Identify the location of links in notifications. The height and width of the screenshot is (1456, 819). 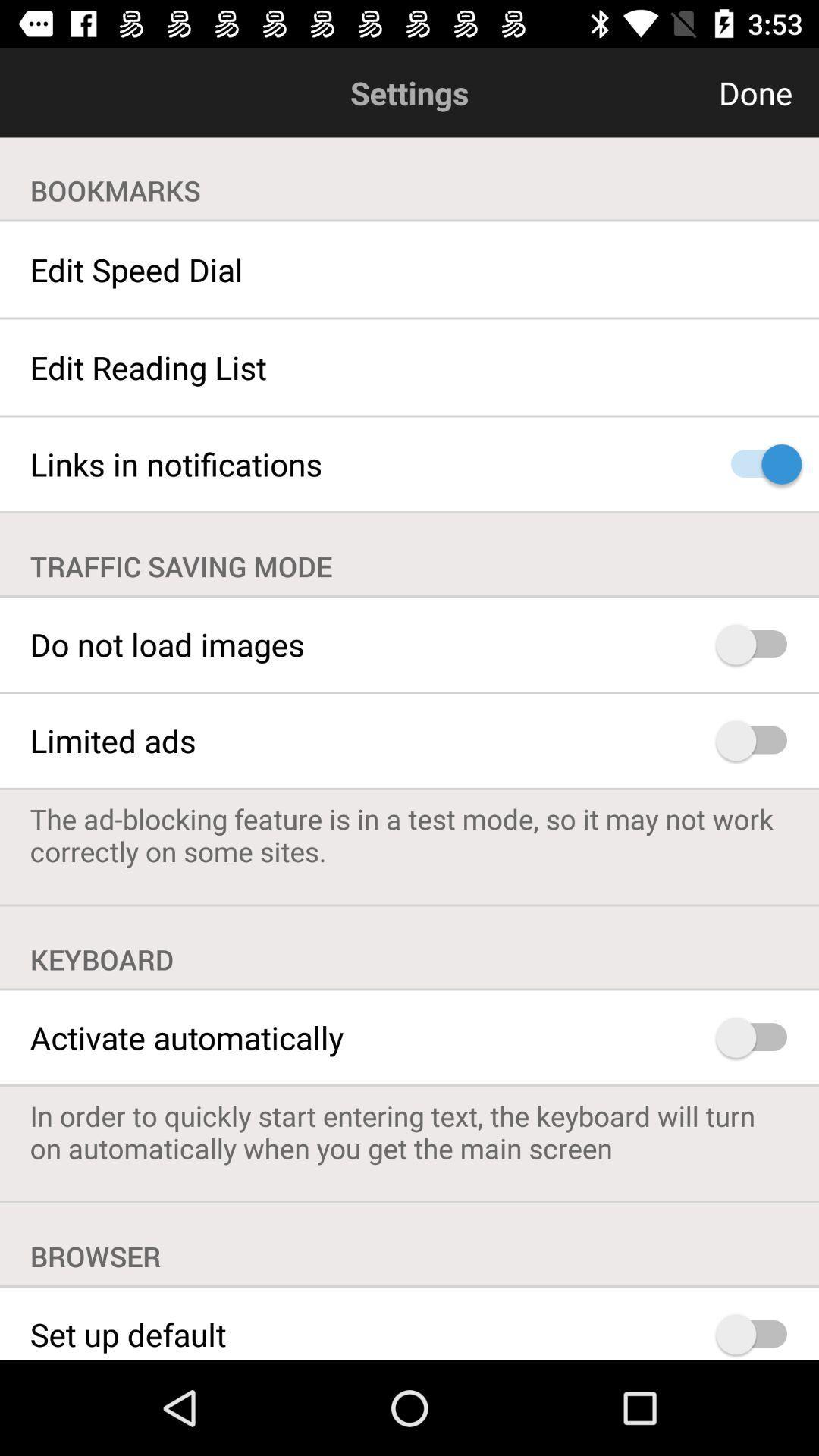
(758, 463).